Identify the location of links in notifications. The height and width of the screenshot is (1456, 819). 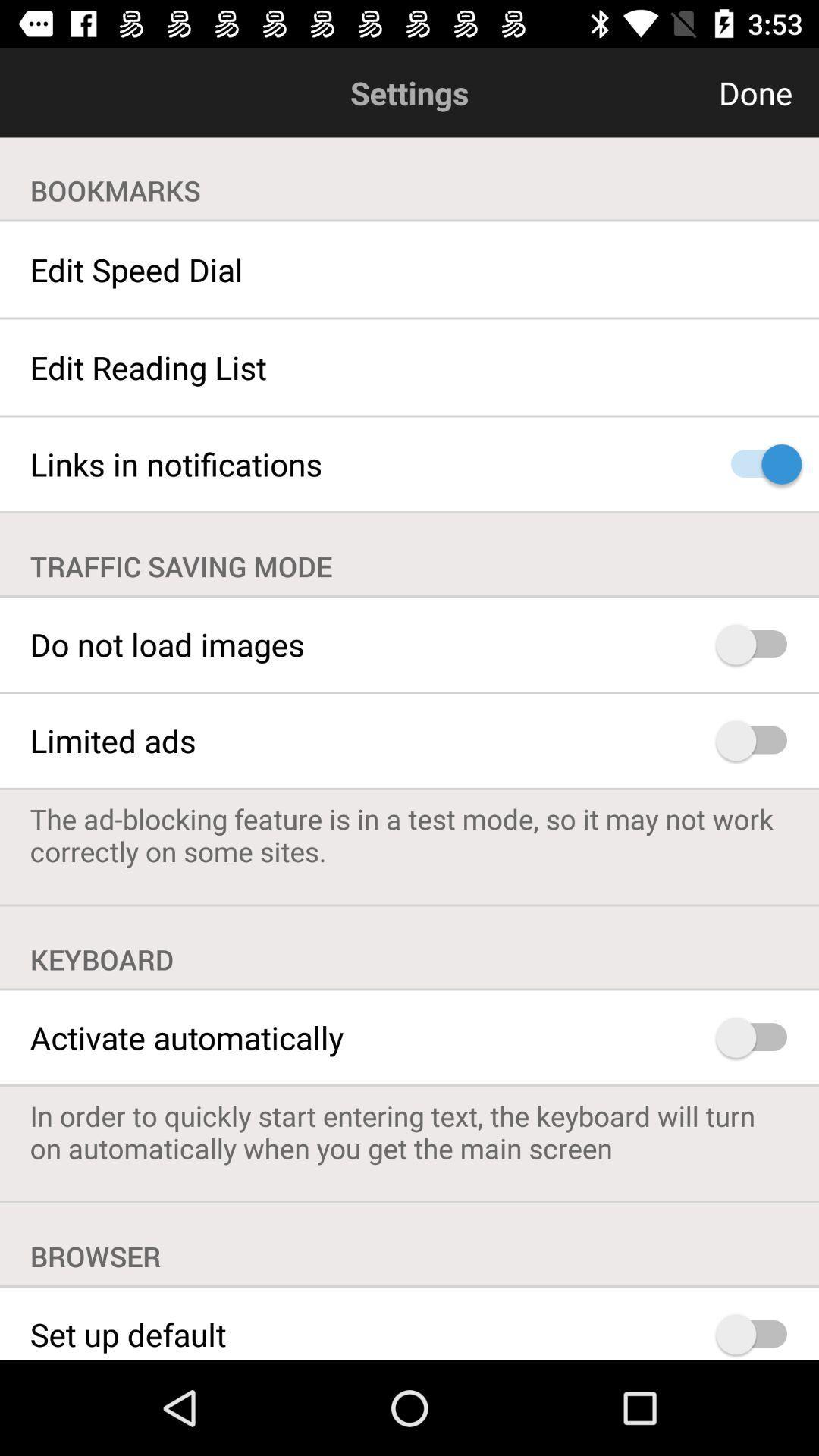
(758, 463).